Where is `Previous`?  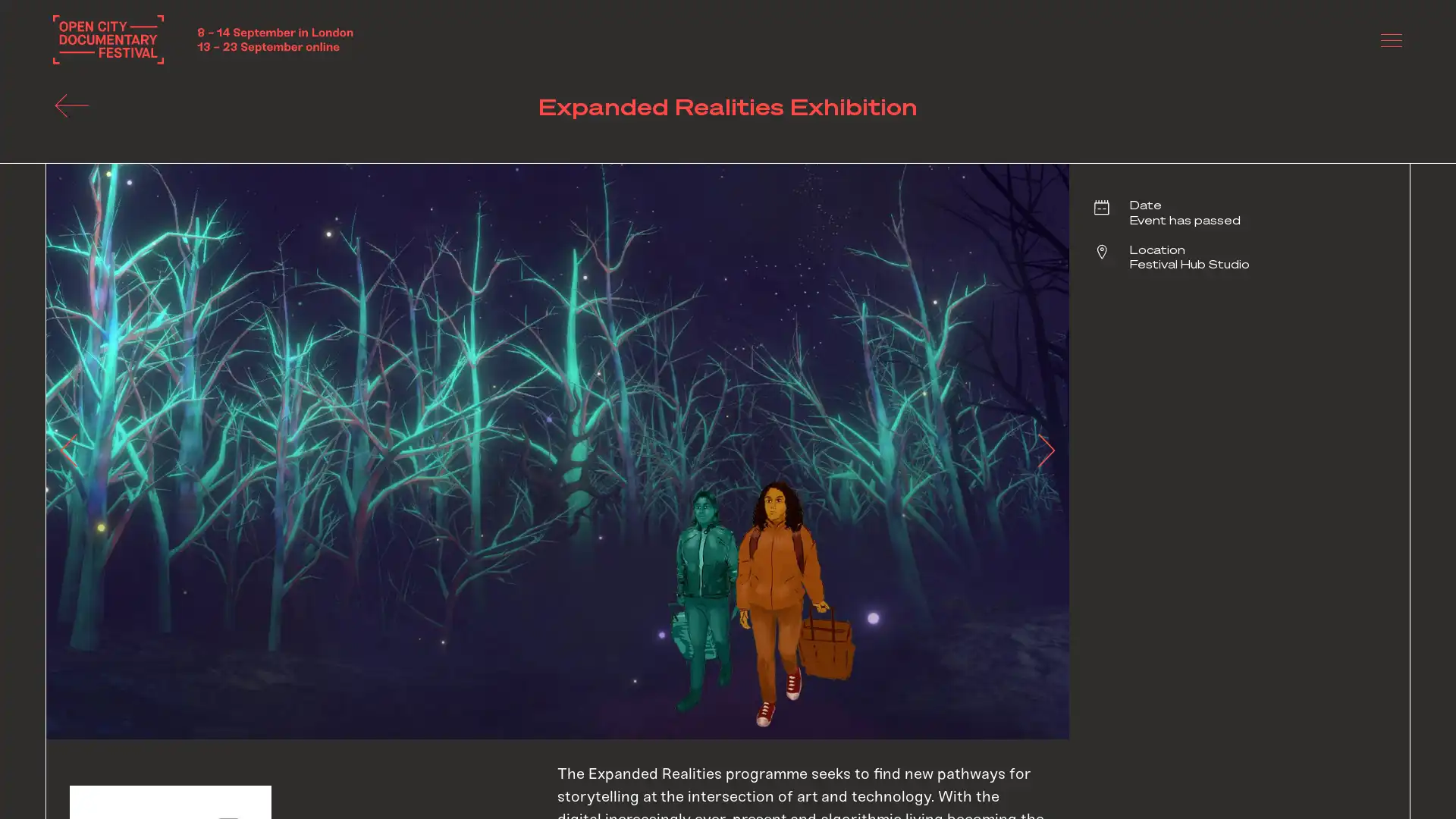 Previous is located at coordinates (75, 450).